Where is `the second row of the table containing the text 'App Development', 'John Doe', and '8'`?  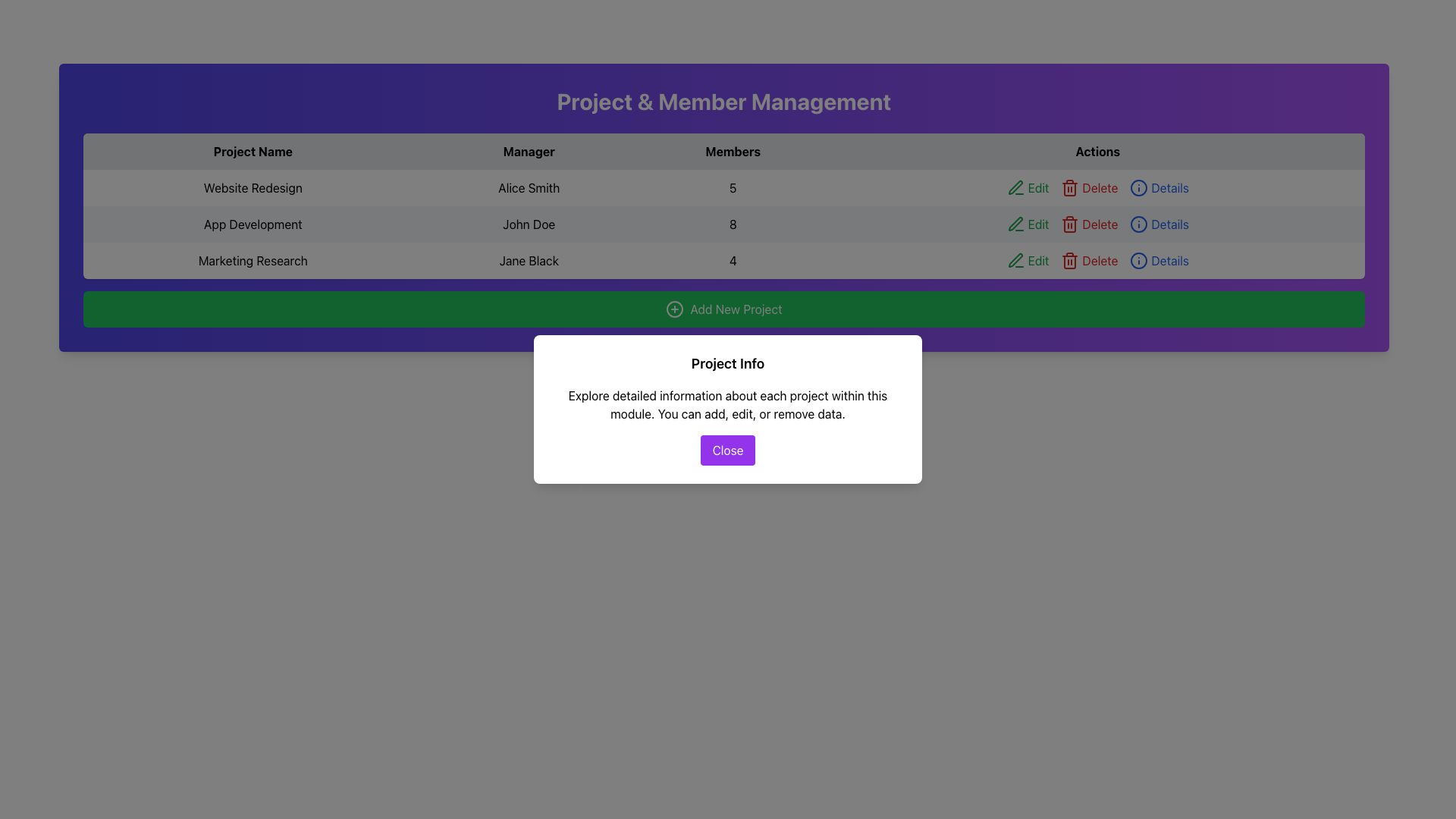 the second row of the table containing the text 'App Development', 'John Doe', and '8' is located at coordinates (723, 224).